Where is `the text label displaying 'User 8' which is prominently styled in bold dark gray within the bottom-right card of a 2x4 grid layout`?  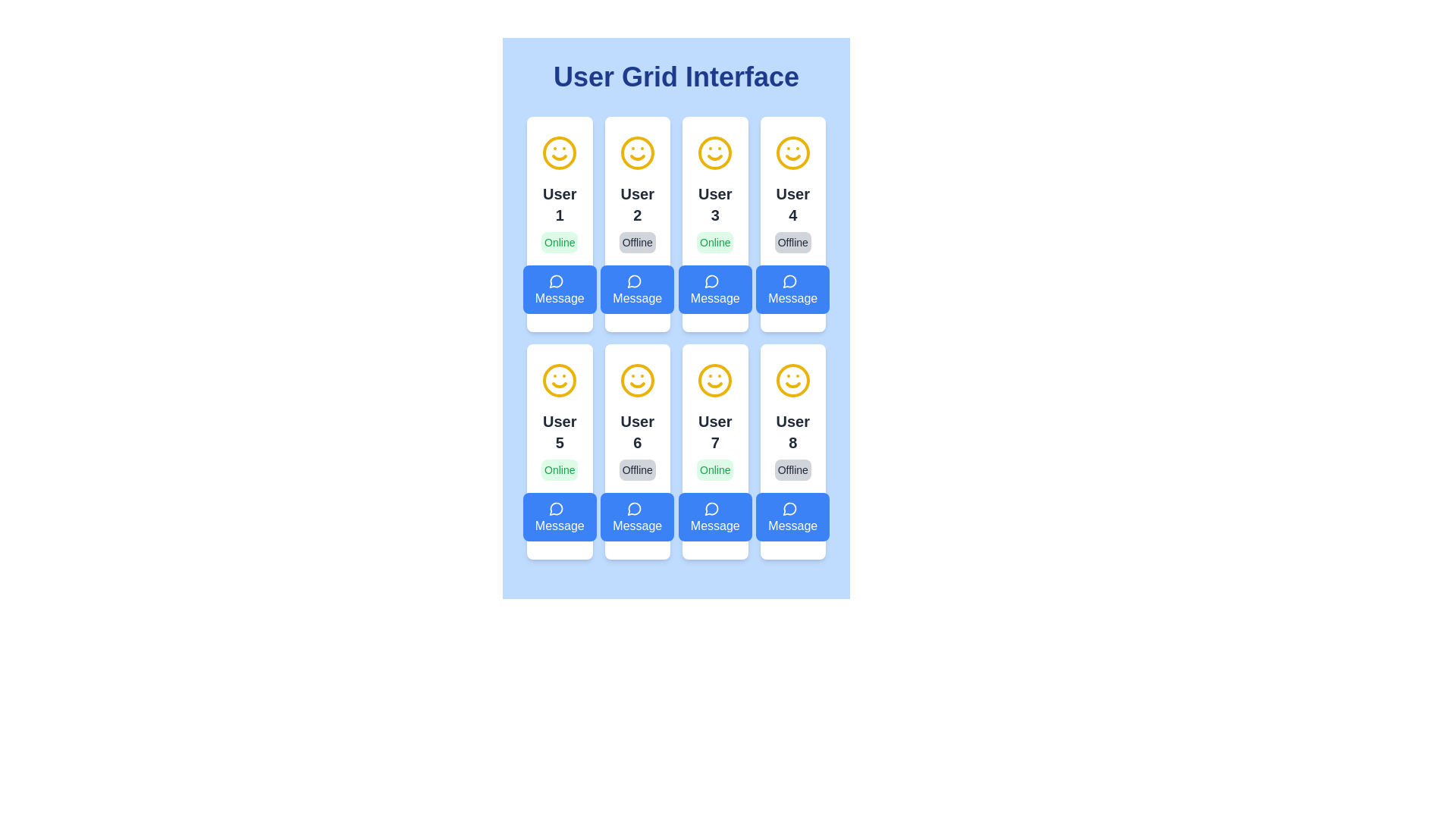
the text label displaying 'User 8' which is prominently styled in bold dark gray within the bottom-right card of a 2x4 grid layout is located at coordinates (792, 432).